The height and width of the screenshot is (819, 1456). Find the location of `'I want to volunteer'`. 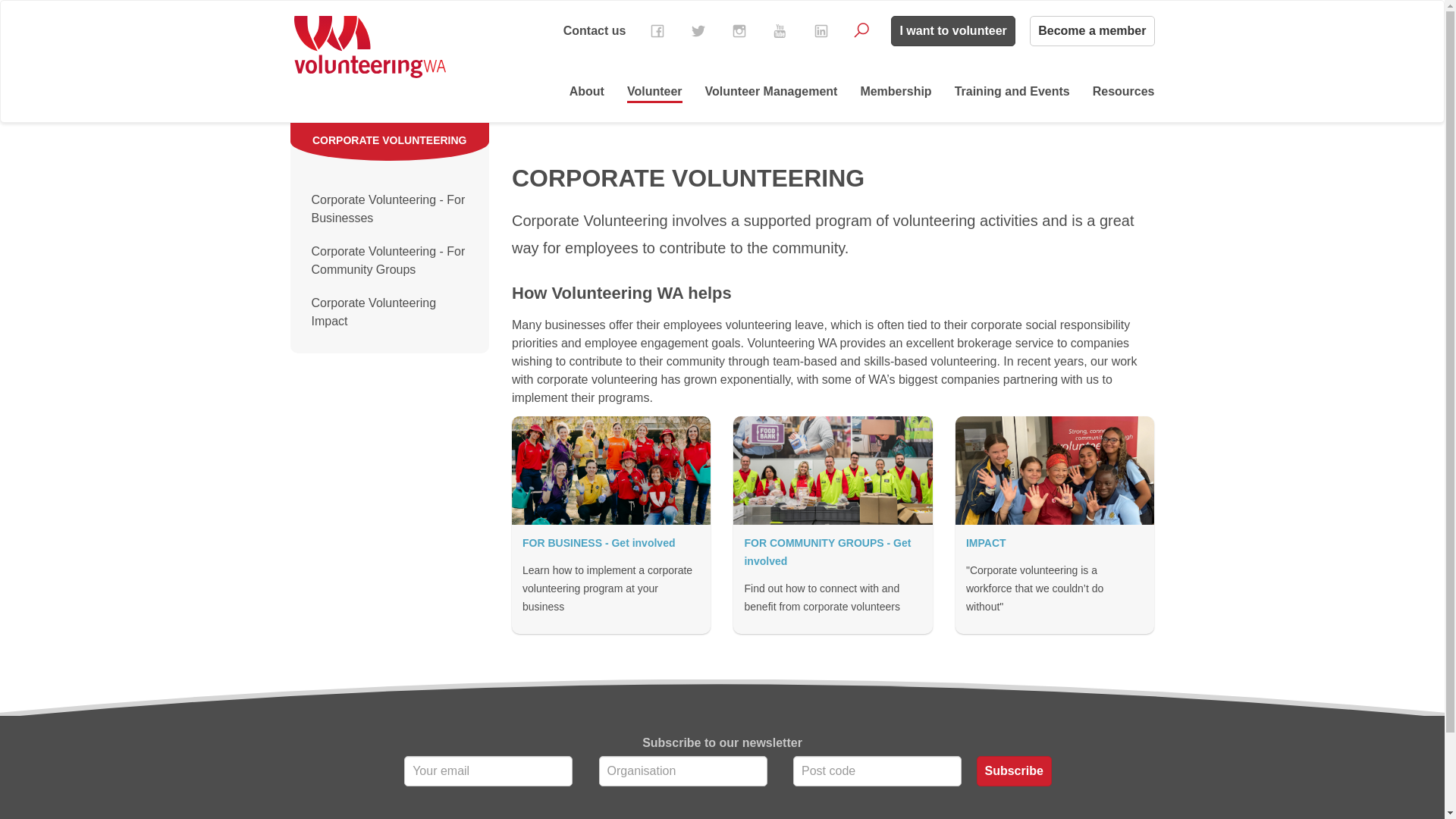

'I want to volunteer' is located at coordinates (952, 31).